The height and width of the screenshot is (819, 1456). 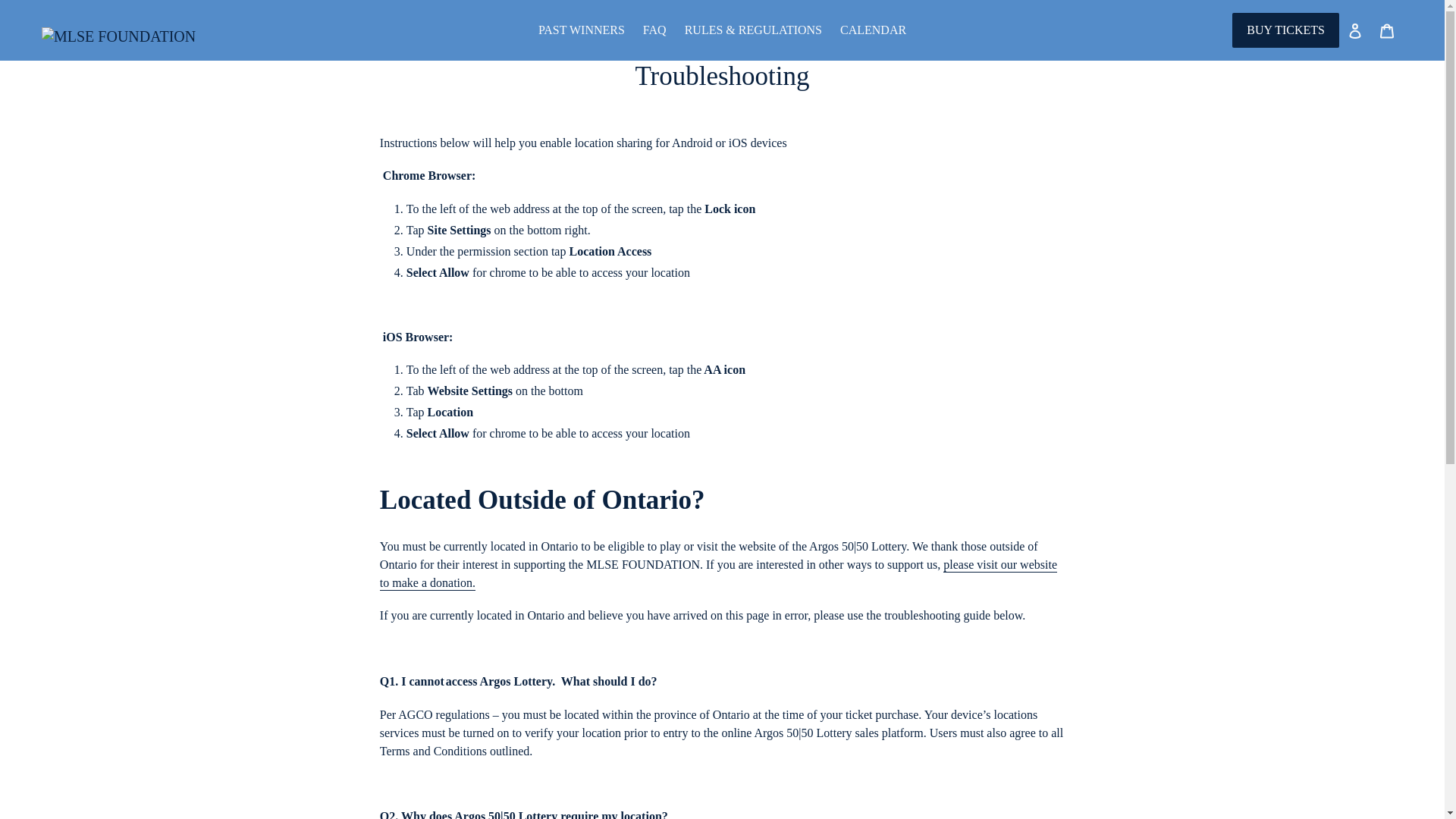 I want to click on 'RULES & REGULATIONS', so click(x=753, y=30).